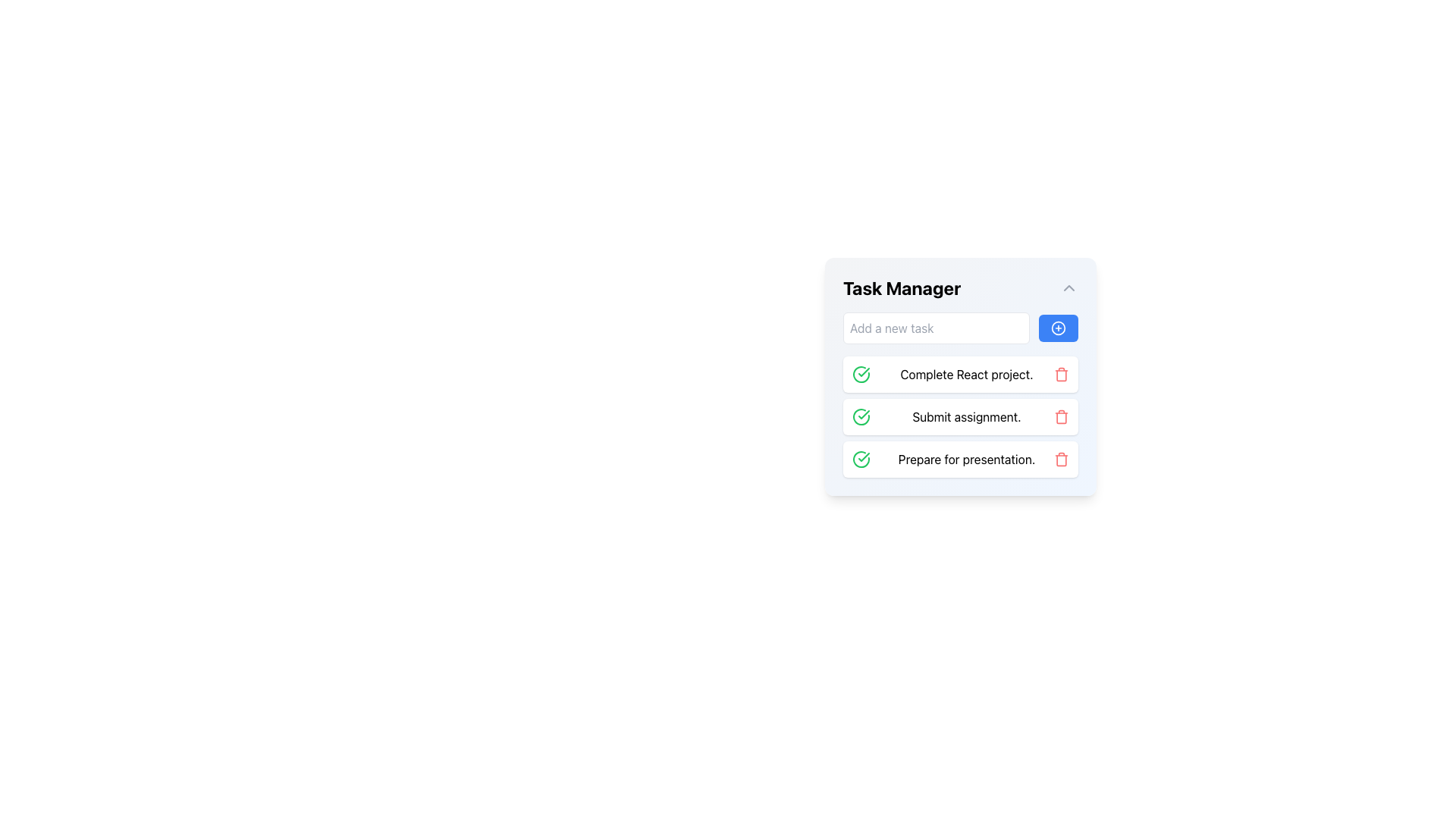  What do you see at coordinates (861, 374) in the screenshot?
I see `the status indicator icon located to the left of the 'Complete React project.' task in the task manager interface` at bounding box center [861, 374].